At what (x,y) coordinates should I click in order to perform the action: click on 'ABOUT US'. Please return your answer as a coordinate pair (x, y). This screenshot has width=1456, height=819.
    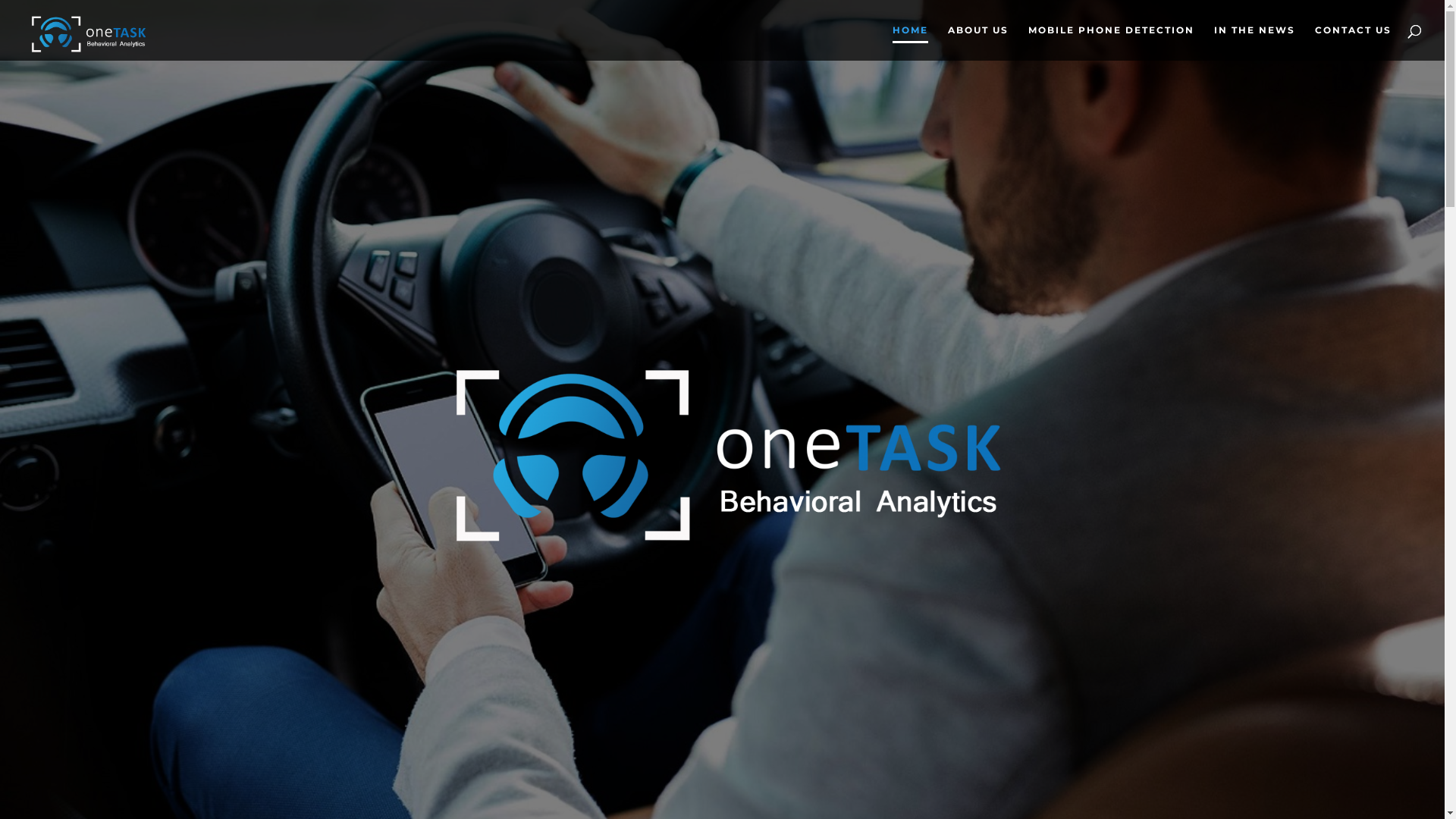
    Looking at the image, I should click on (978, 42).